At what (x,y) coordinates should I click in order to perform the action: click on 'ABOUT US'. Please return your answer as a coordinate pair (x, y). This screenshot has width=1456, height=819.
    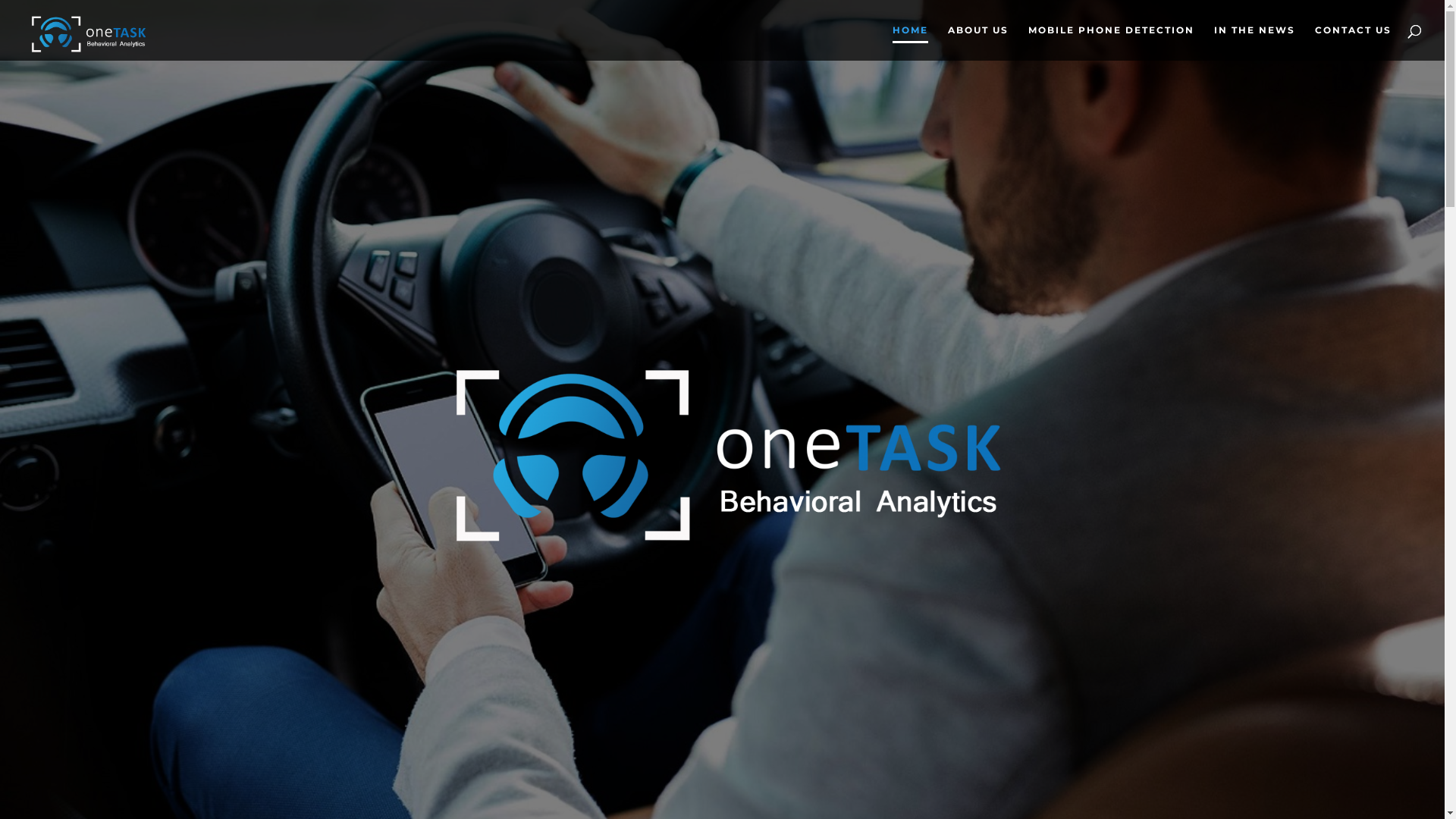
    Looking at the image, I should click on (978, 42).